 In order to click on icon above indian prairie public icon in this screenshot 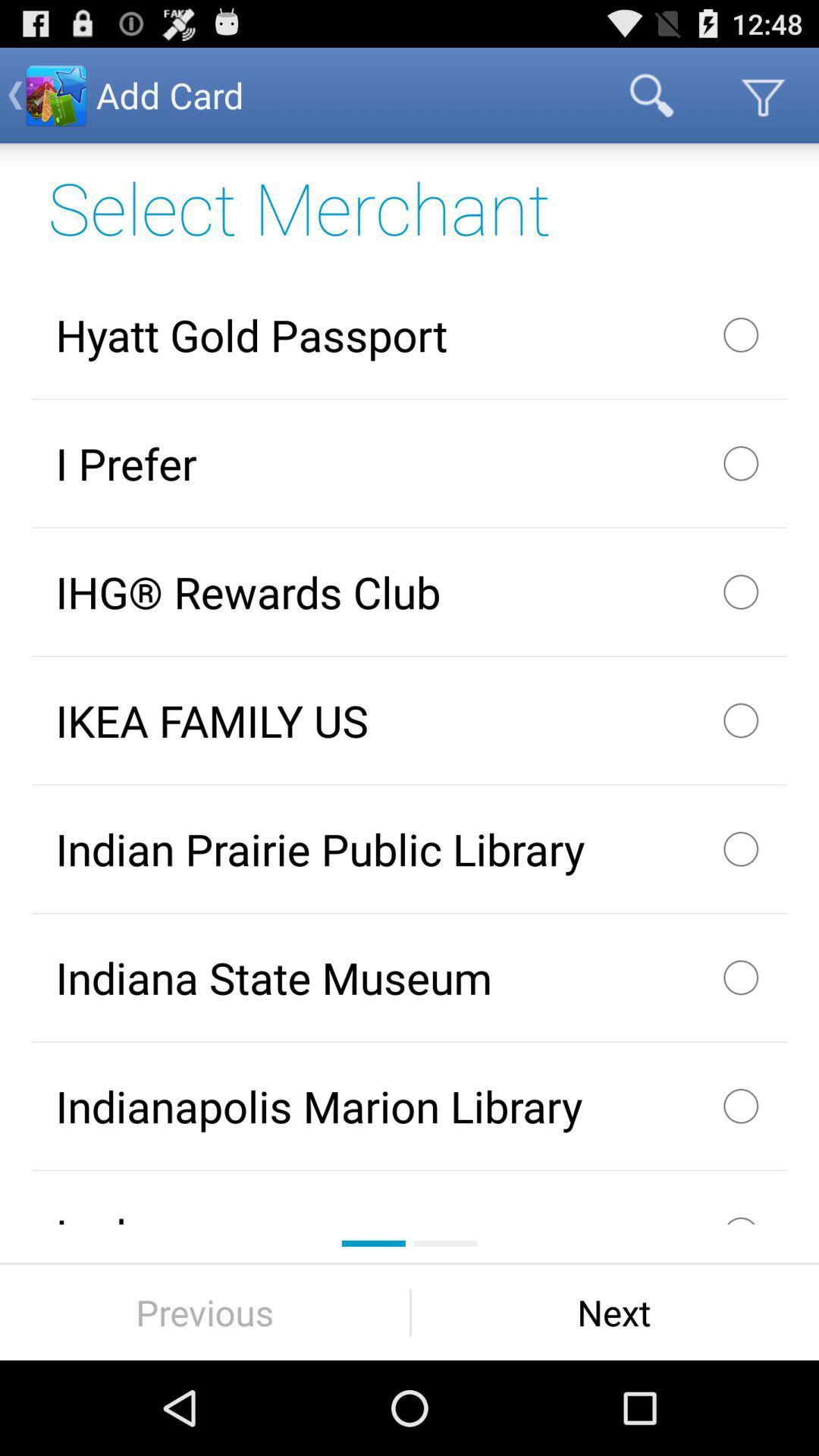, I will do `click(409, 720)`.